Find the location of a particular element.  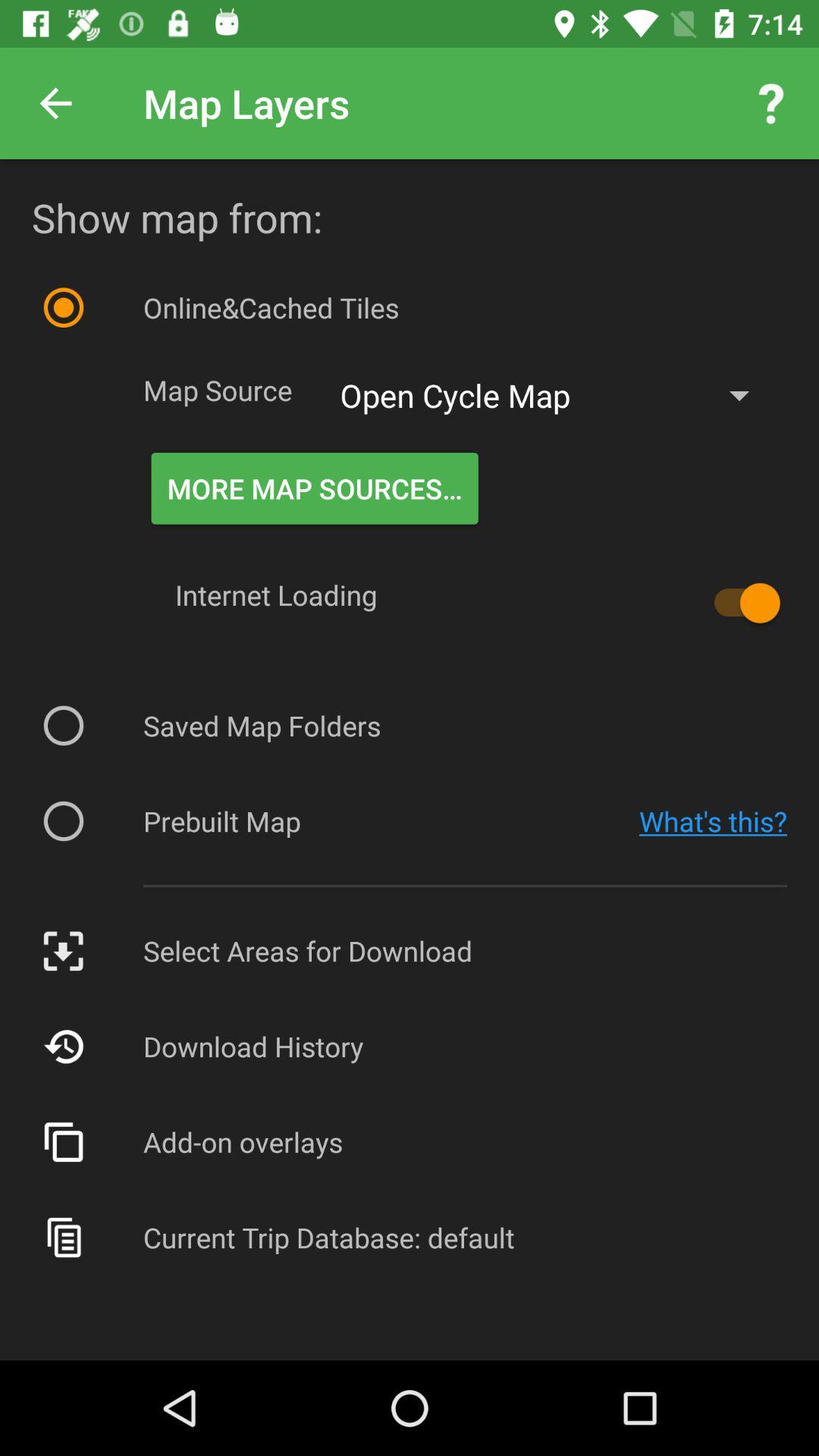

item above show map from: is located at coordinates (771, 102).